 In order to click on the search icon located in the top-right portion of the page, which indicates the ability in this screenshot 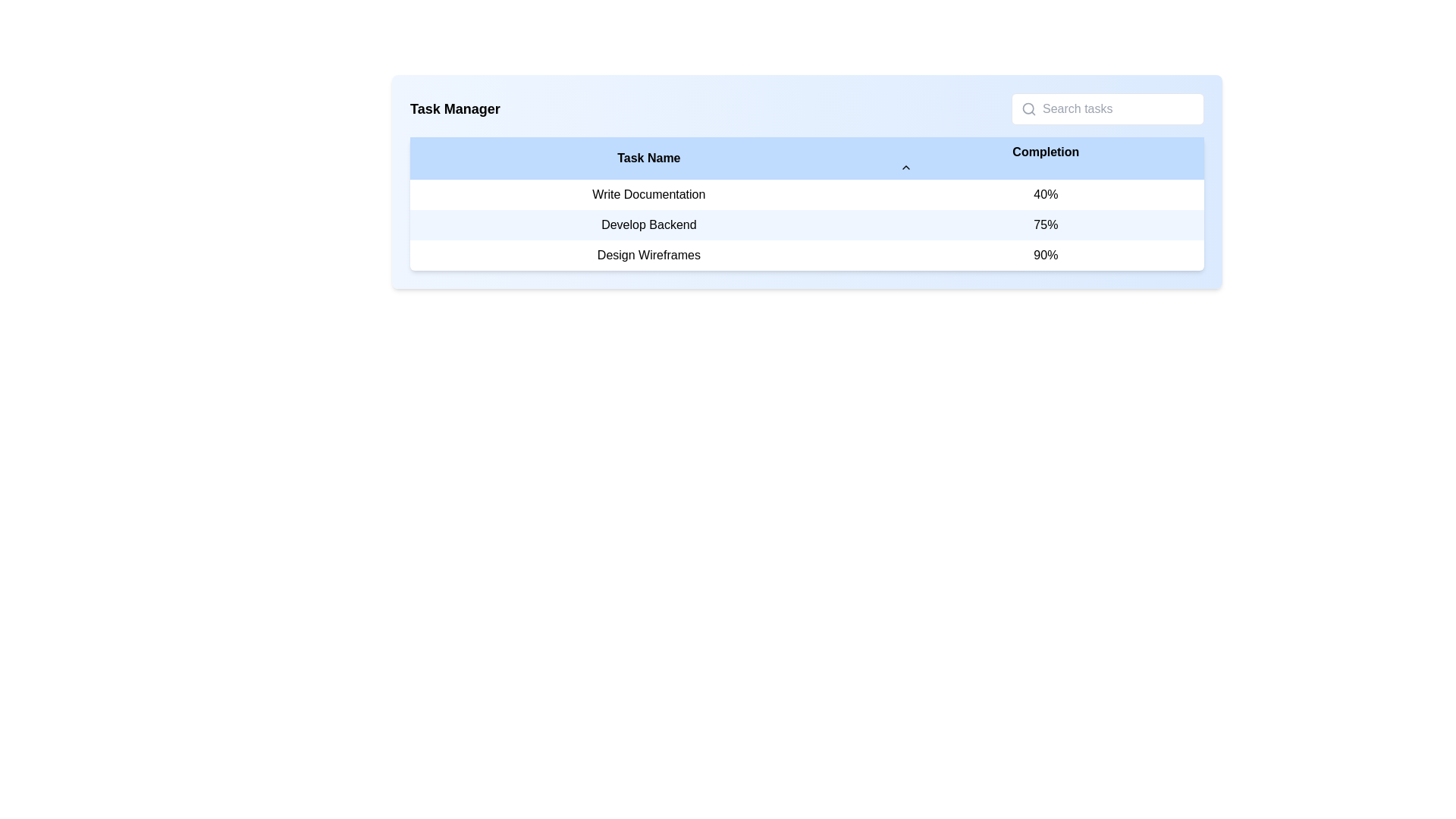, I will do `click(1029, 108)`.